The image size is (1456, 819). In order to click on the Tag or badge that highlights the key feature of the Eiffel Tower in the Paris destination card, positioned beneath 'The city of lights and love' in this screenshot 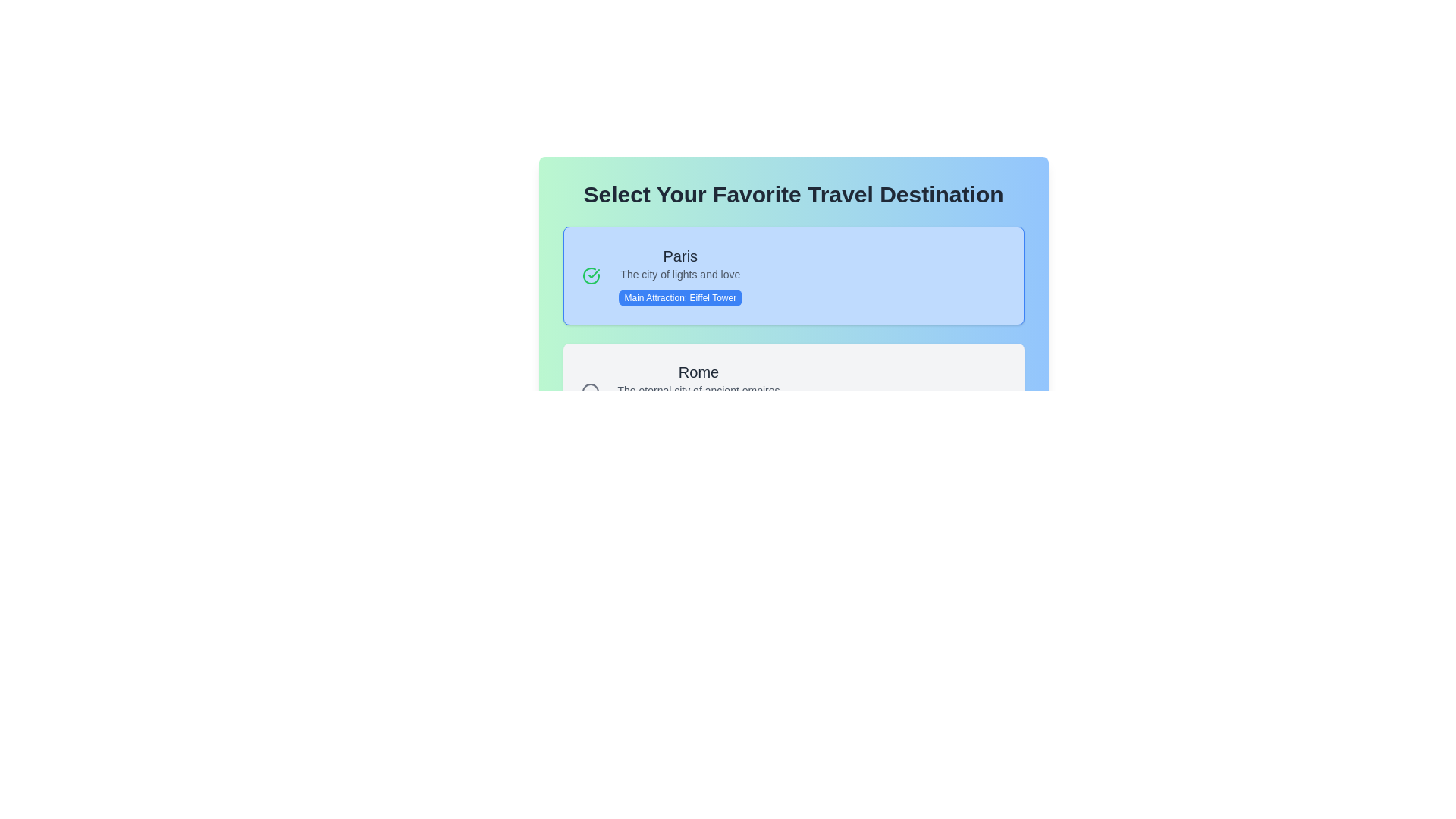, I will do `click(679, 298)`.